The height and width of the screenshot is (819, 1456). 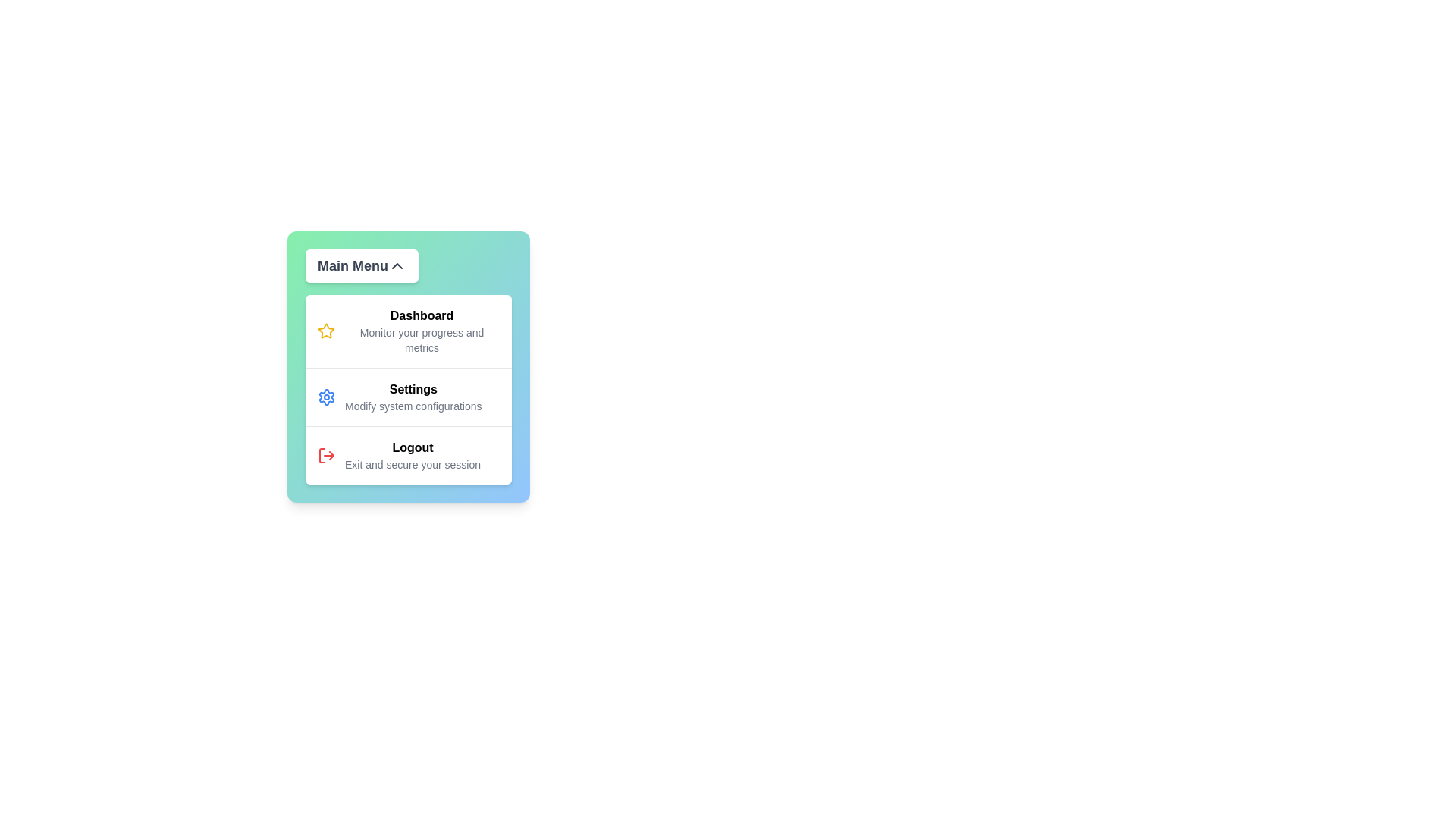 What do you see at coordinates (408, 396) in the screenshot?
I see `the menu item Settings to interact with it` at bounding box center [408, 396].